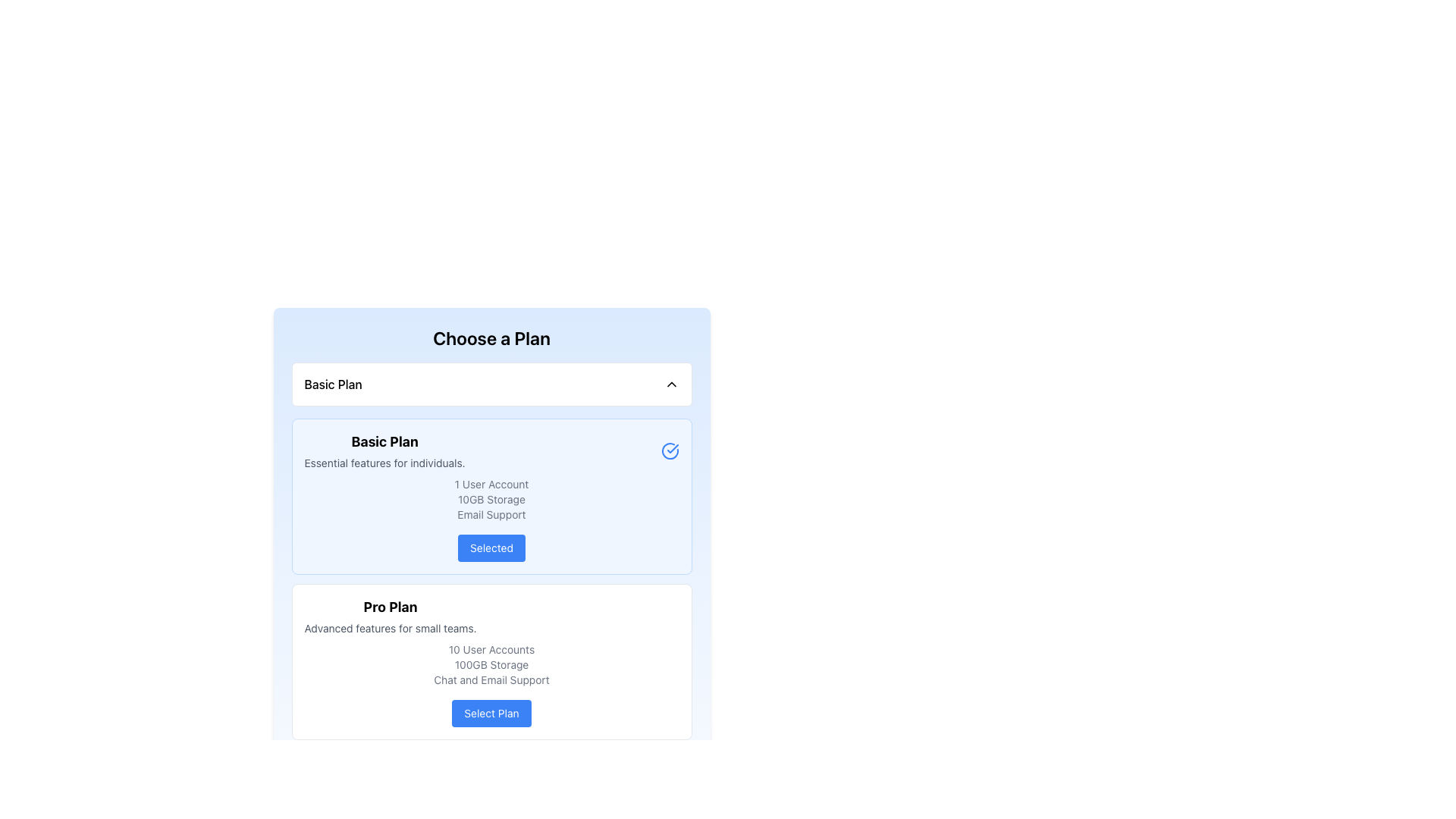  I want to click on the 'Pro Plan' text label which is bold and large-sized, styled in black, located at the top-left corner of the white card within the 'Choose a Plan' interface, so click(391, 607).